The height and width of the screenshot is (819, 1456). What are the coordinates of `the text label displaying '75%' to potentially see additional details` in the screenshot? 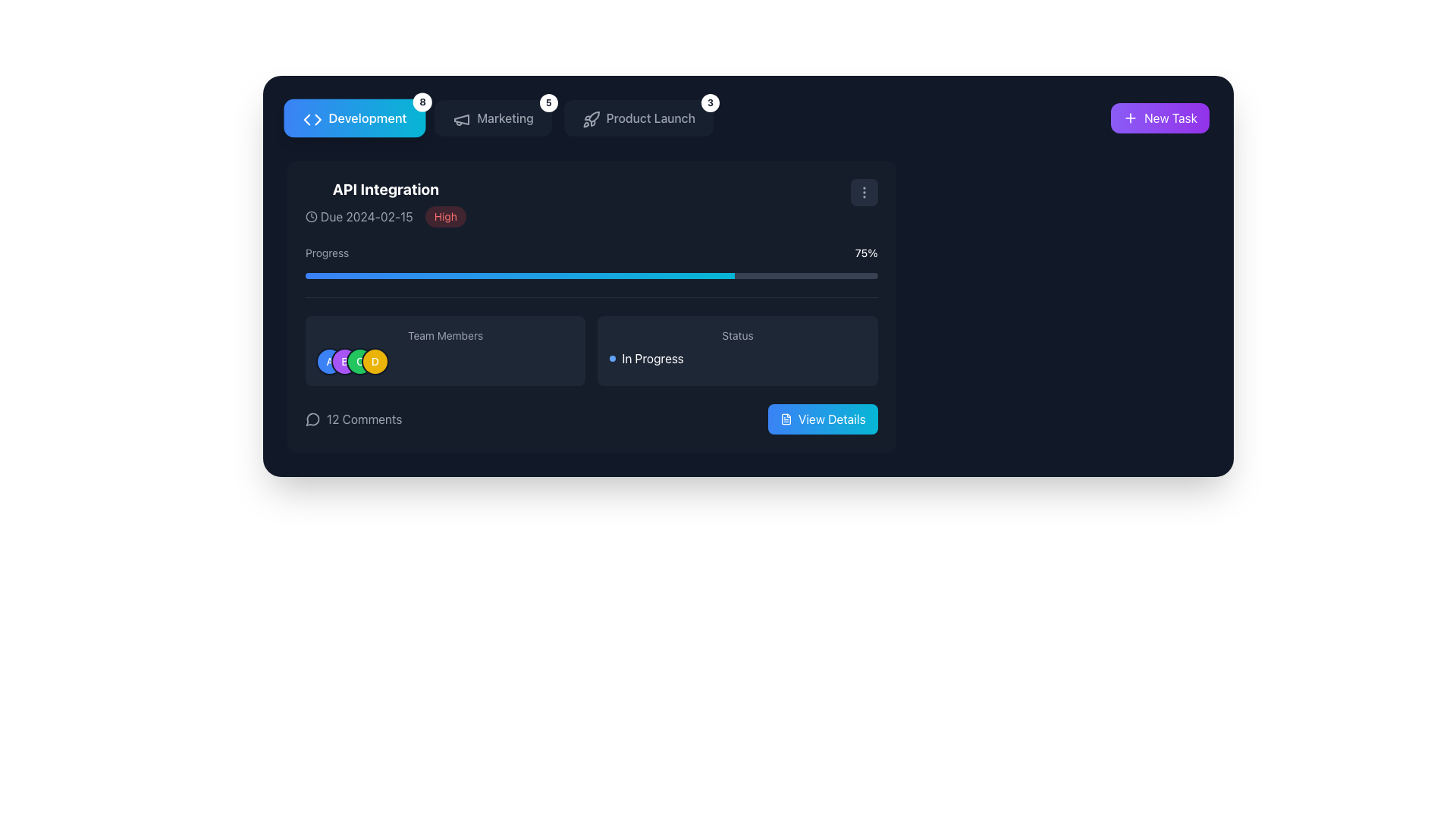 It's located at (866, 253).